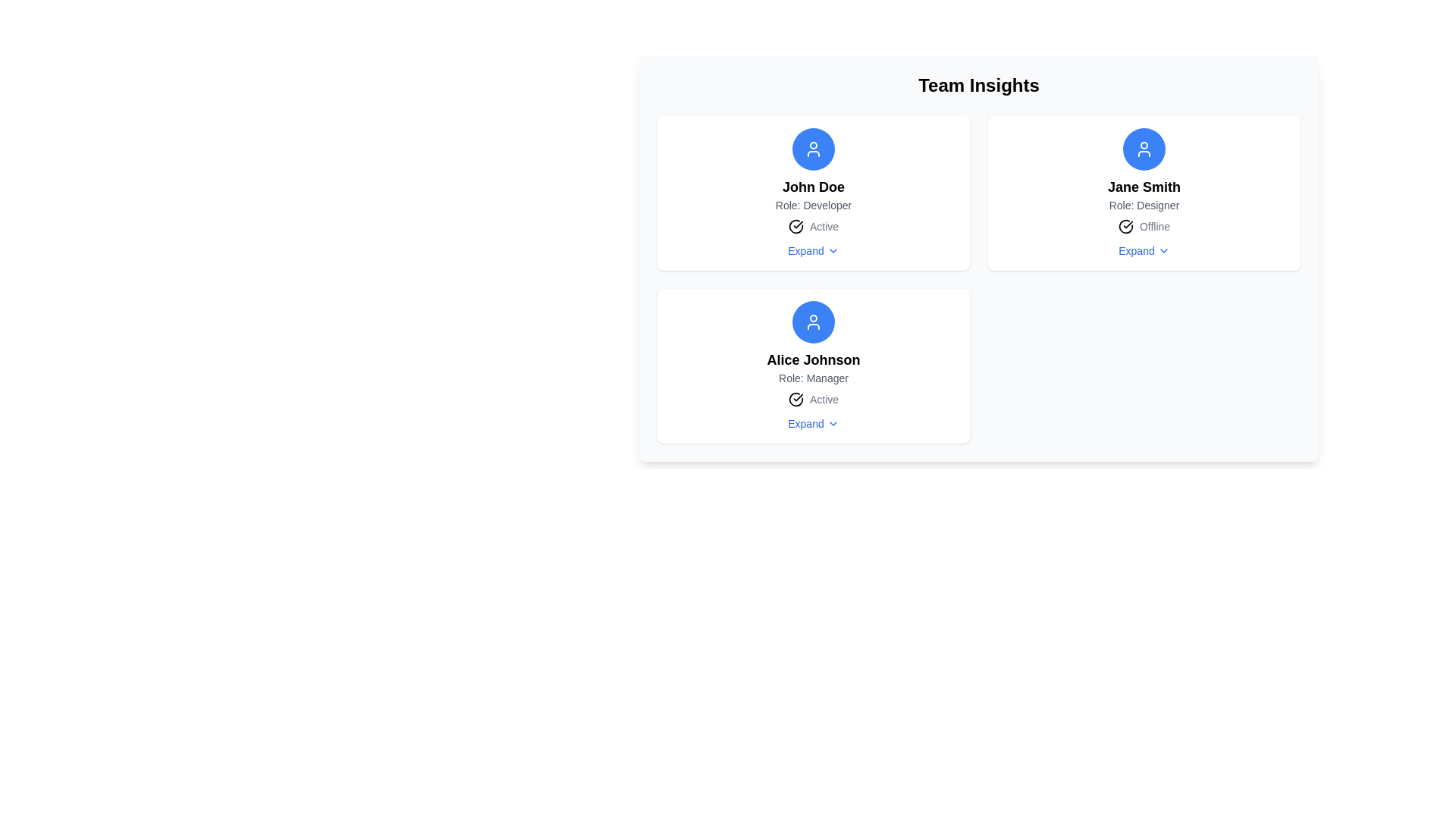 This screenshot has height=819, width=1456. Describe the element at coordinates (813, 149) in the screenshot. I see `the circular user icon with a blue background and white person figure located in the top-left card of the grid structure labeled 'John Doe'` at that location.